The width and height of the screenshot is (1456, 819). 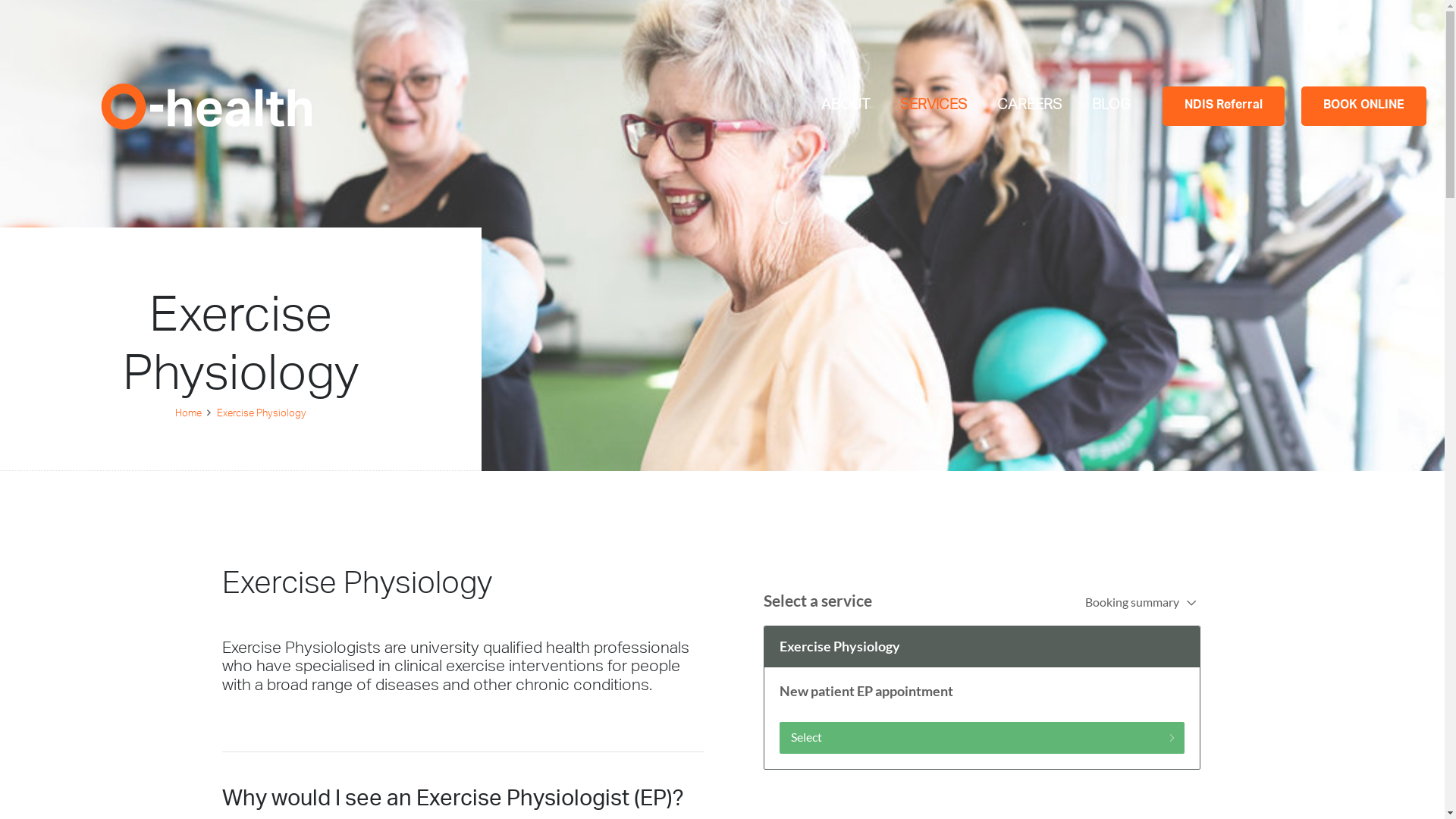 What do you see at coordinates (262, 414) in the screenshot?
I see `'Exercise Physiology'` at bounding box center [262, 414].